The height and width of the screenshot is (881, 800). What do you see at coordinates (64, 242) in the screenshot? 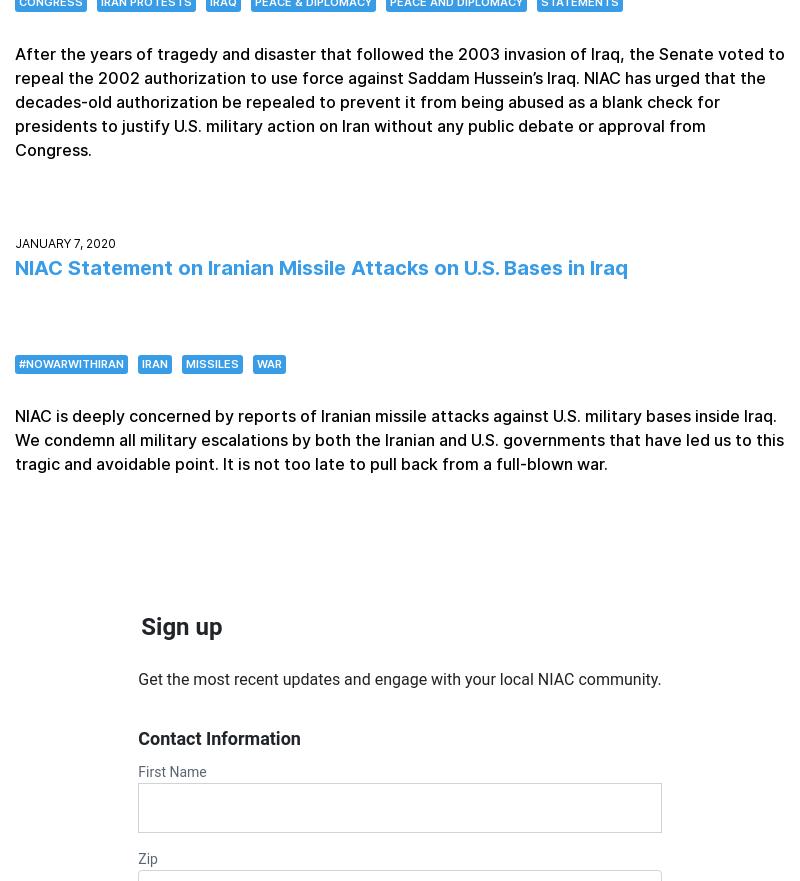
I see `'January 7, 2020'` at bounding box center [64, 242].